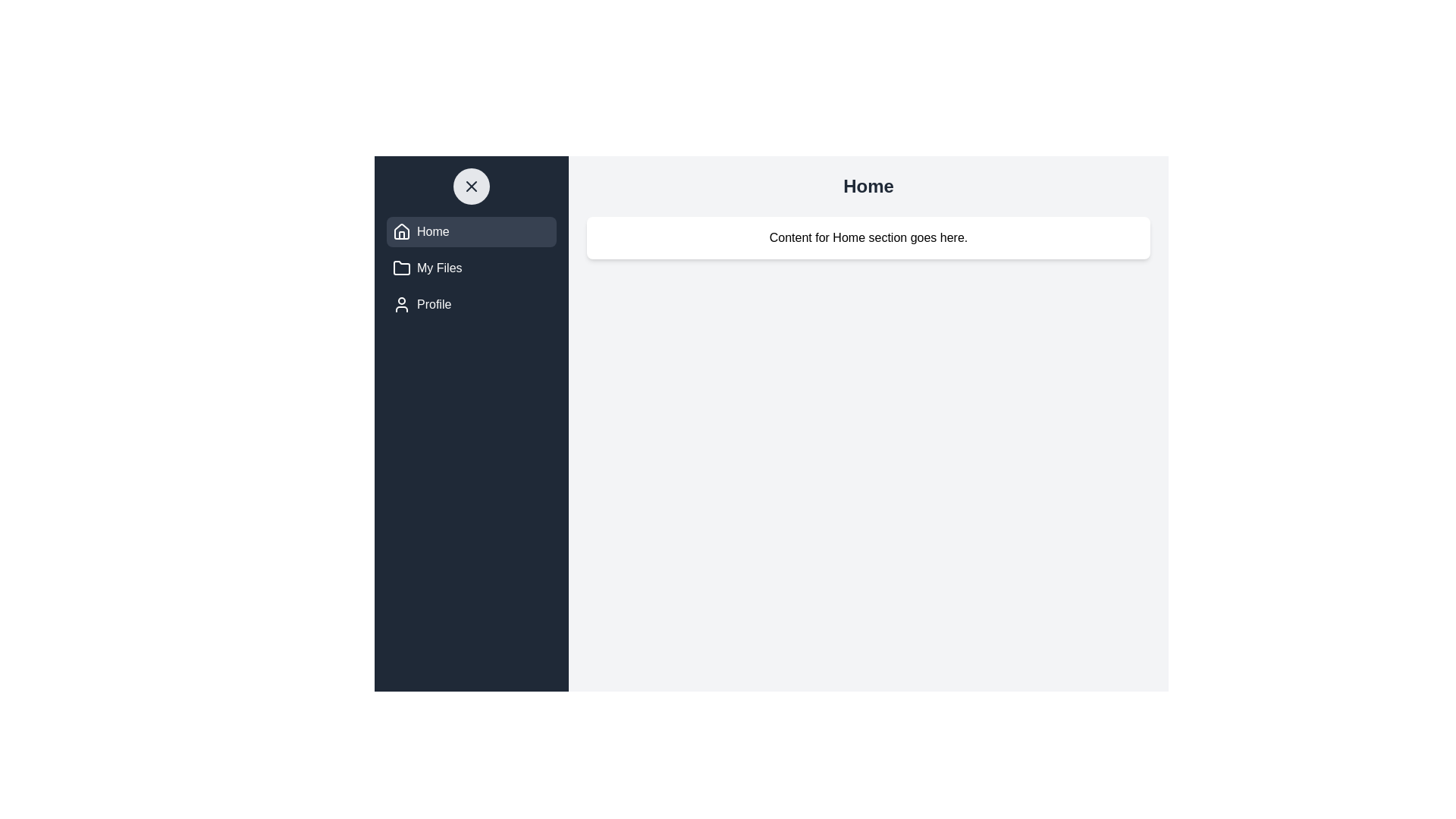 The image size is (1456, 819). I want to click on the toggle button to open or close the drawer, so click(471, 186).